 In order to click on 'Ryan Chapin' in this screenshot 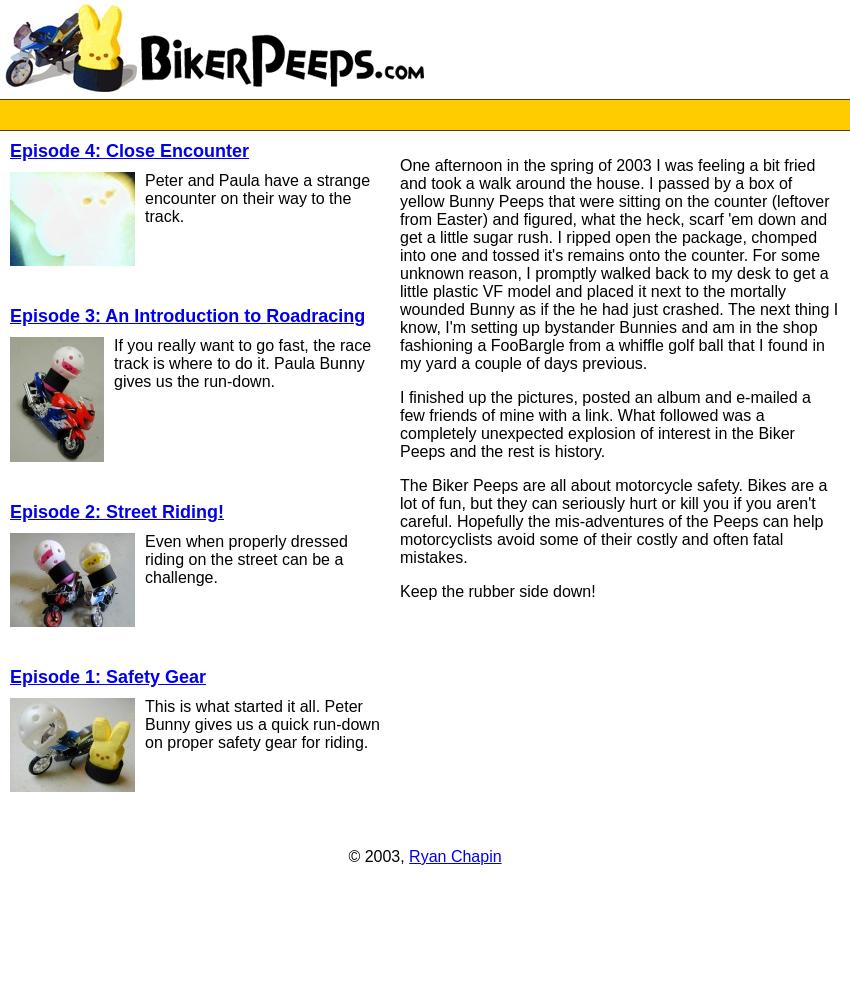, I will do `click(454, 855)`.